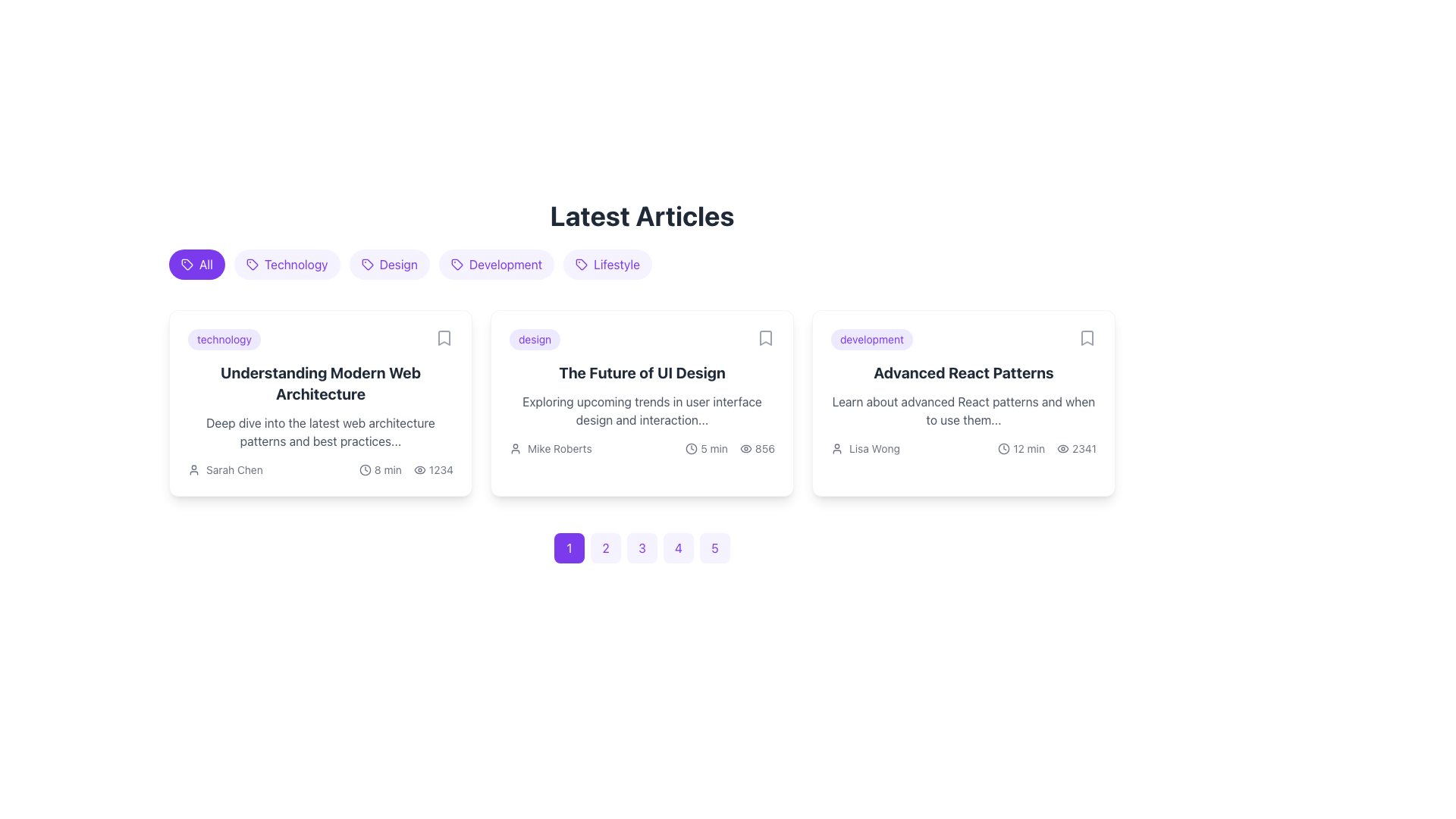 The width and height of the screenshot is (1456, 819). I want to click on the clock icon located in the leftmost article card's metadata section, which features a minimalistic circular outline and is accompanied by the label '8 min', so click(365, 469).